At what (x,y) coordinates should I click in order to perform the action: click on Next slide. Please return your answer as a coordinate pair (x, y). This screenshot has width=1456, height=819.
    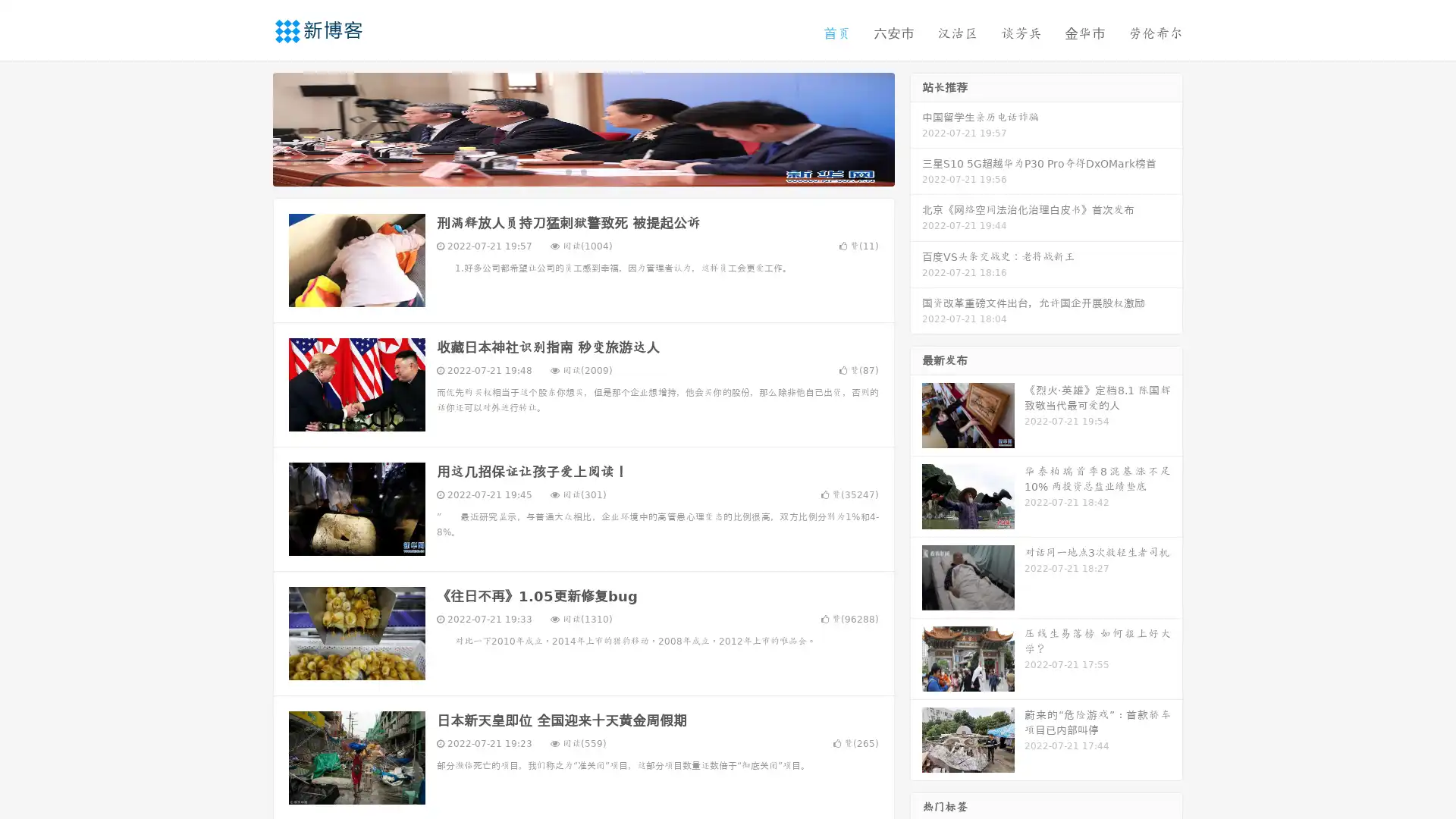
    Looking at the image, I should click on (916, 127).